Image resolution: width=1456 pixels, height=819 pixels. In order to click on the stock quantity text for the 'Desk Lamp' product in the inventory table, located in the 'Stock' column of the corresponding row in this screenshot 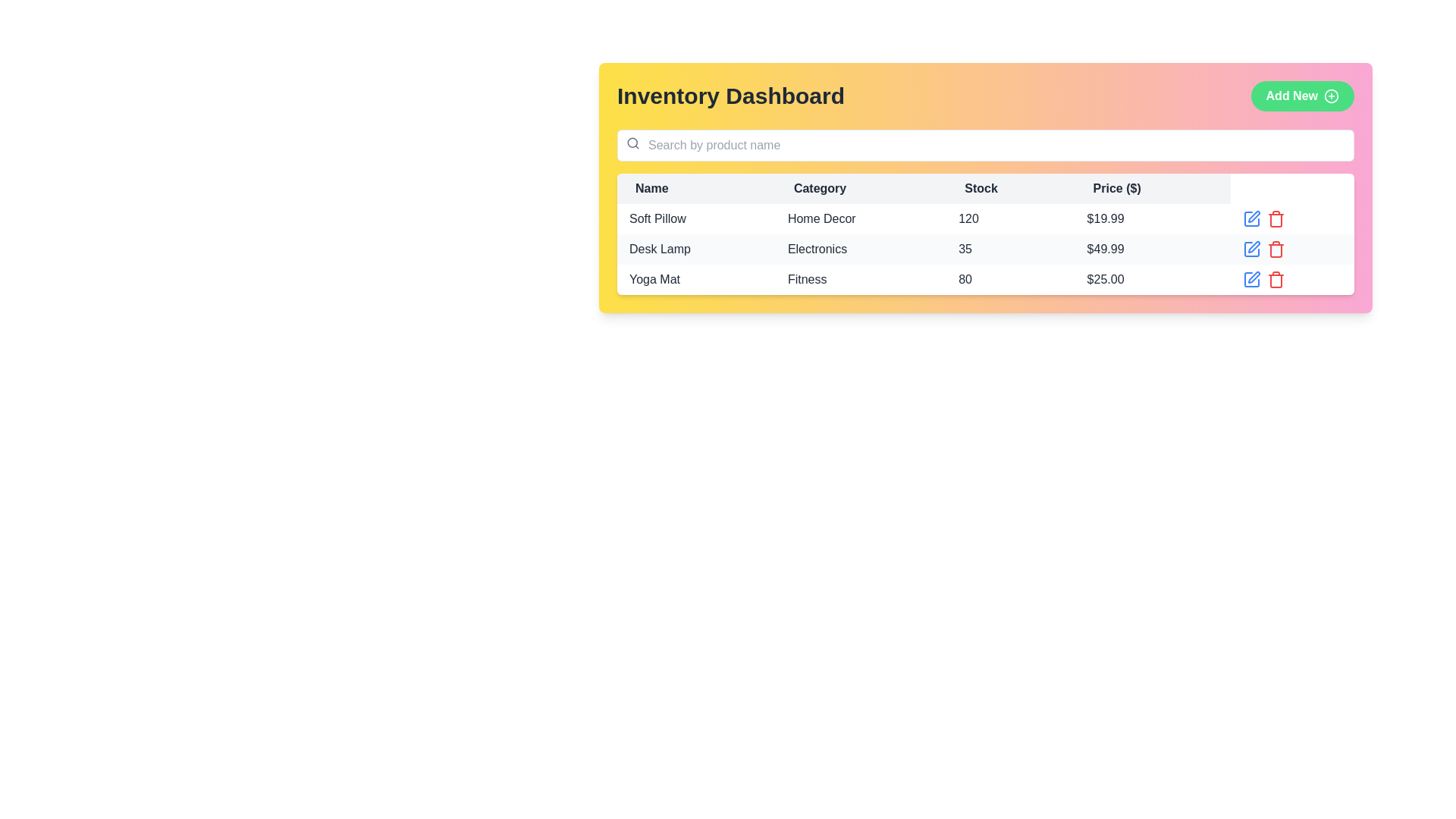, I will do `click(1010, 248)`.